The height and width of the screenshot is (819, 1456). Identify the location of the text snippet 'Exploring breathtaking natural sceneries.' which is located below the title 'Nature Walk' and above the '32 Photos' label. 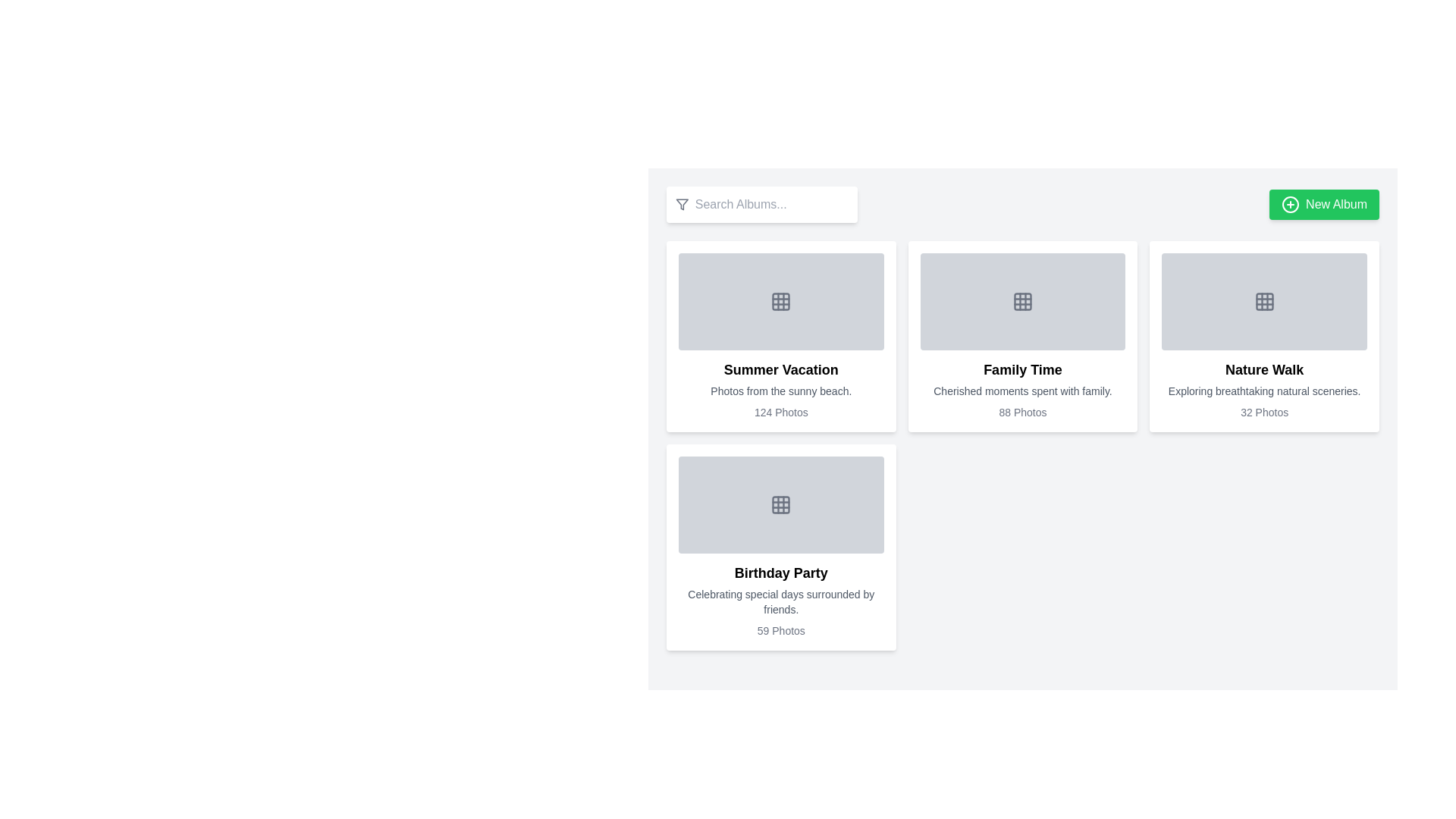
(1264, 391).